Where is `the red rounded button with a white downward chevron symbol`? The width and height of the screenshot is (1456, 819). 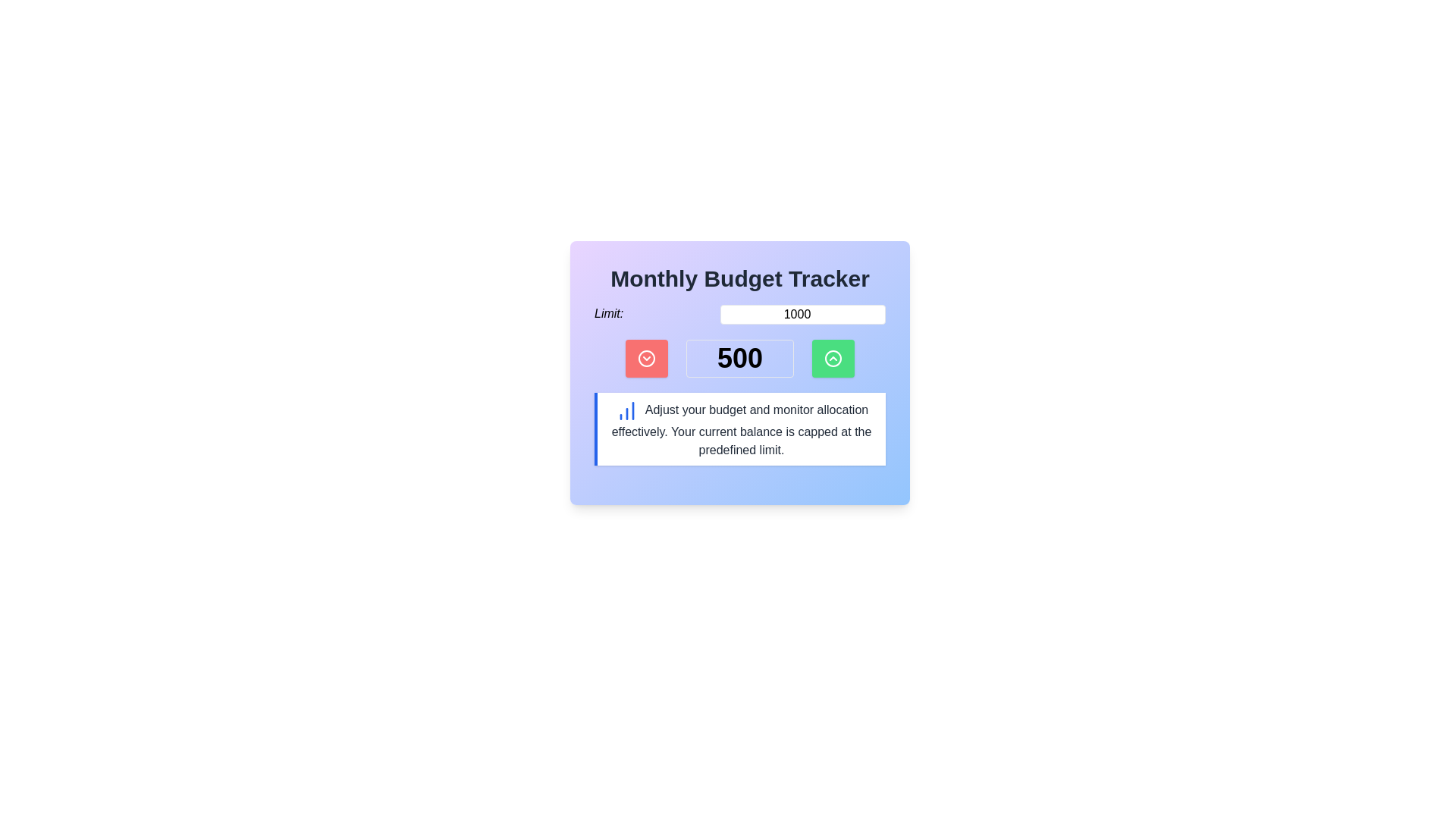 the red rounded button with a white downward chevron symbol is located at coordinates (646, 359).